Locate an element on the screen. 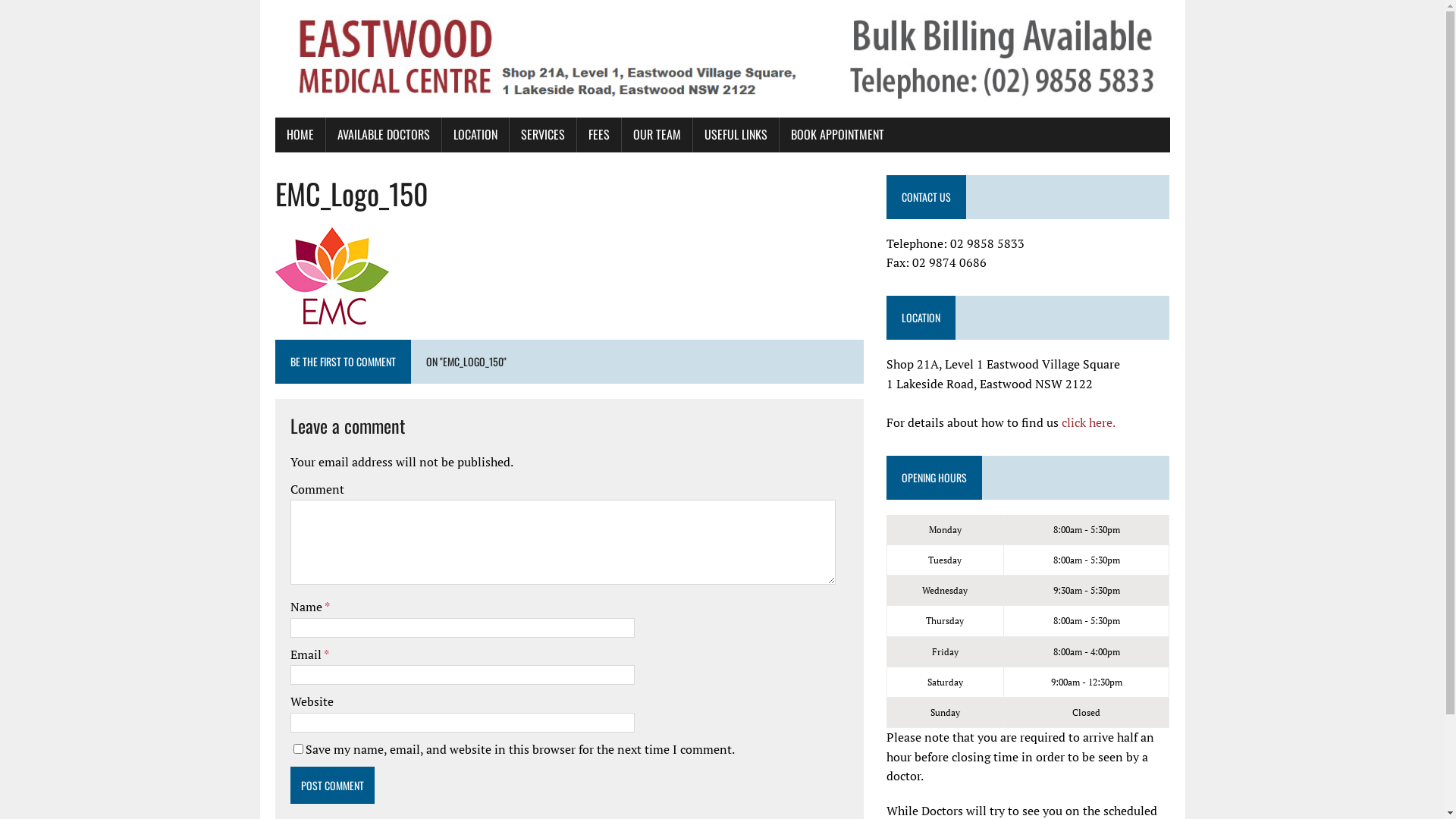 This screenshot has height=819, width=1456. 'click here.' is located at coordinates (1087, 422).